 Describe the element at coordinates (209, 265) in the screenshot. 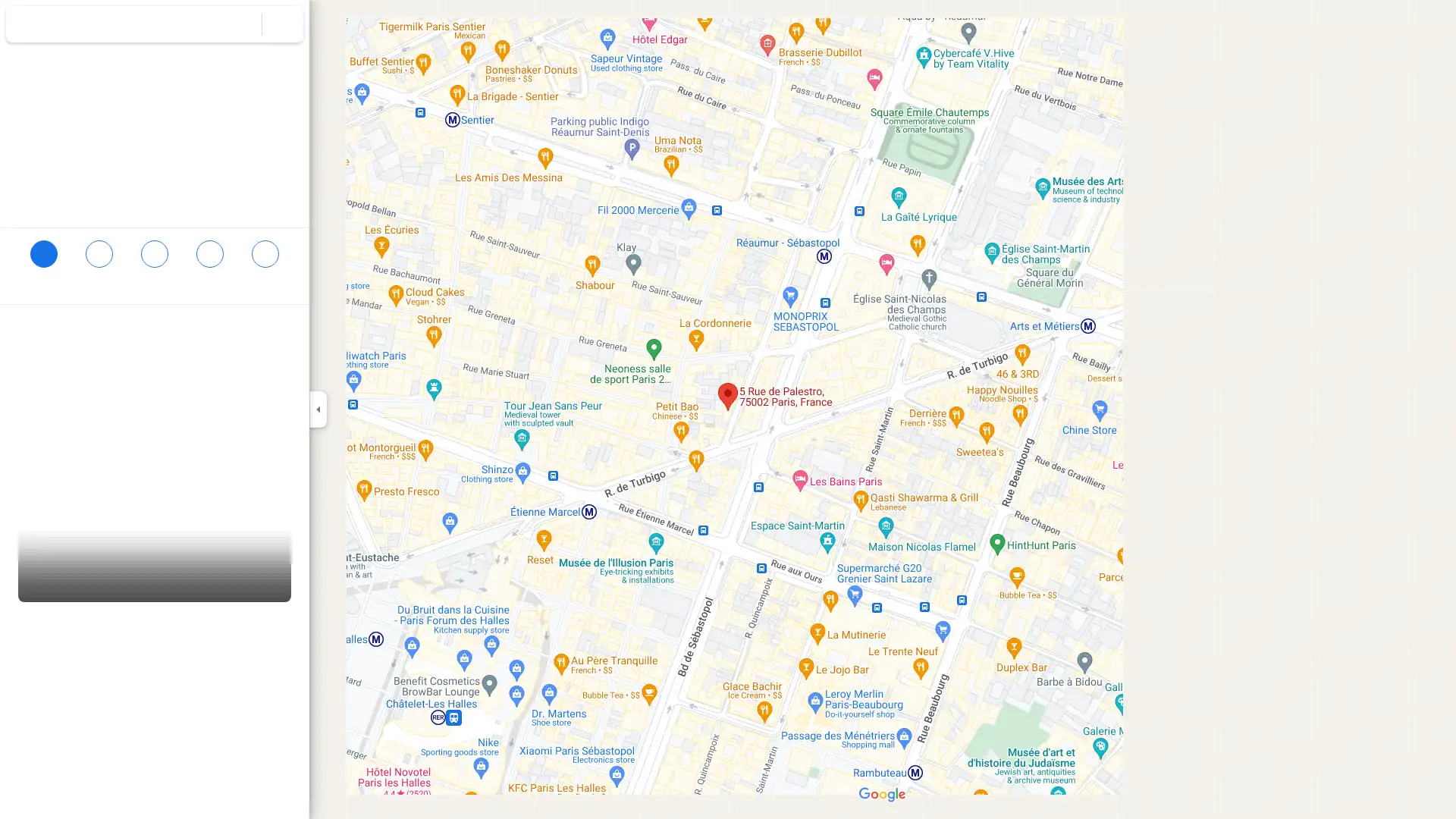

I see `Send 5 Rue de Palestro to your phone` at that location.